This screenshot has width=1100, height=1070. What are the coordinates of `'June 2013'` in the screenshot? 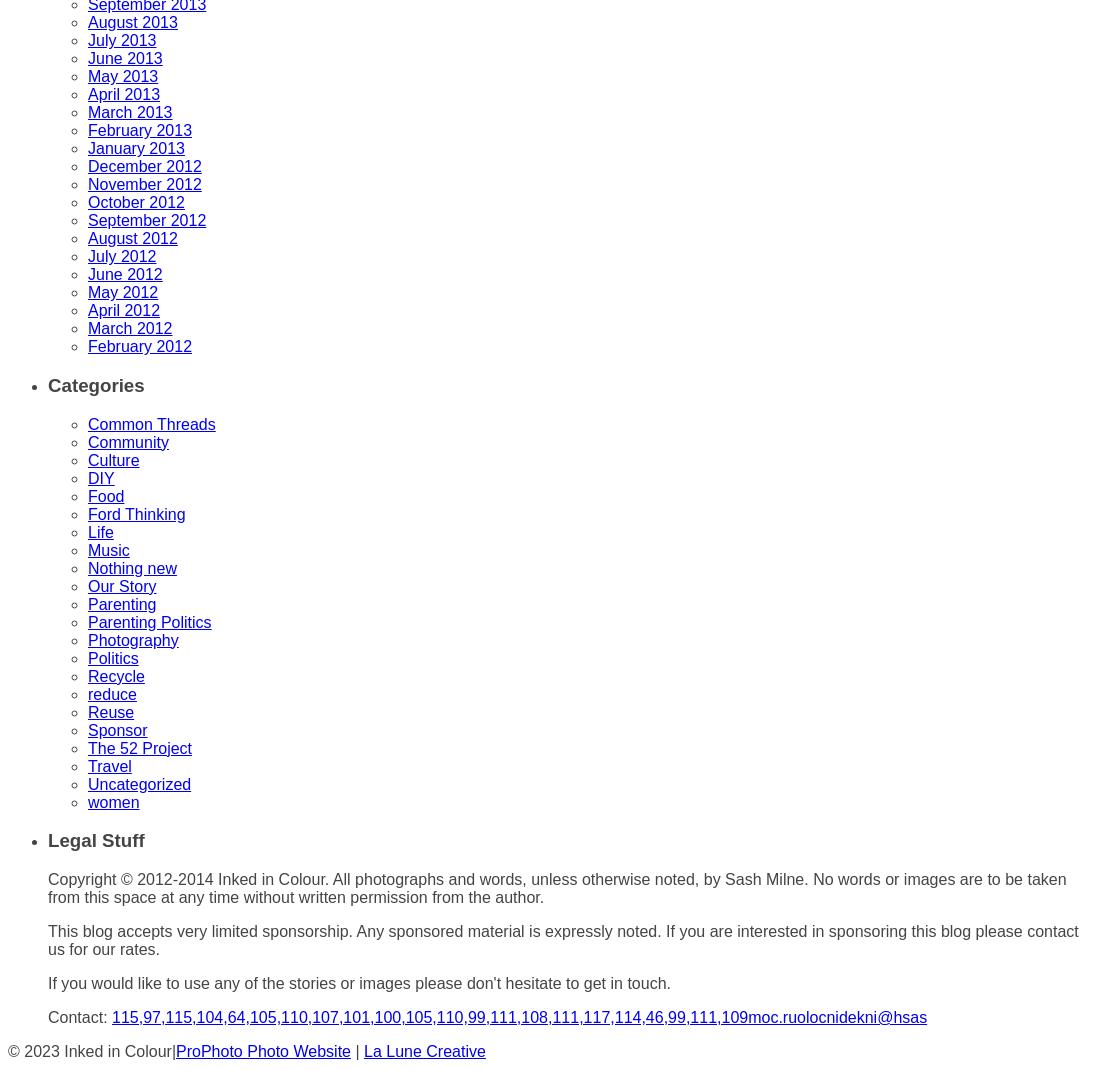 It's located at (124, 57).